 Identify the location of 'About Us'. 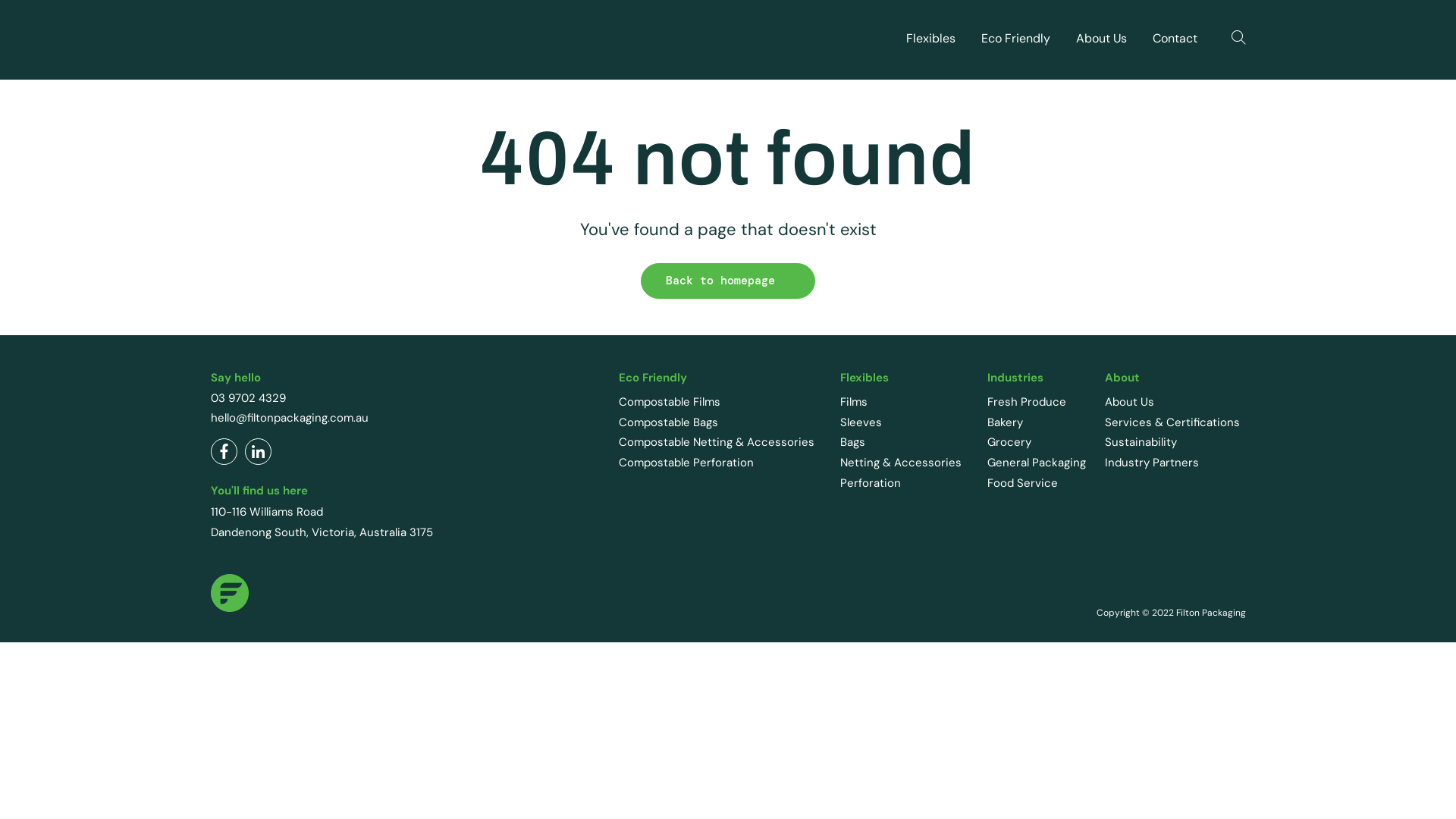
(1129, 400).